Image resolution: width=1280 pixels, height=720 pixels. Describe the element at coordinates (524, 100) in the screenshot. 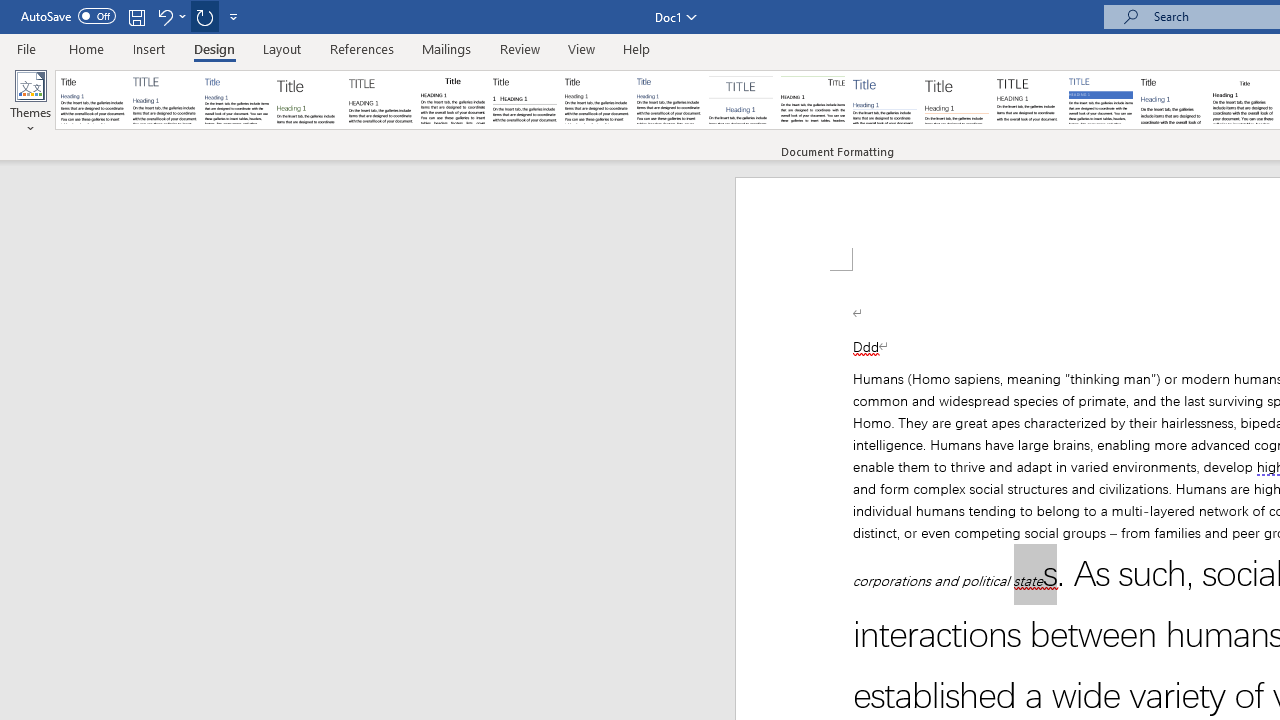

I see `'Black & White (Numbered)'` at that location.